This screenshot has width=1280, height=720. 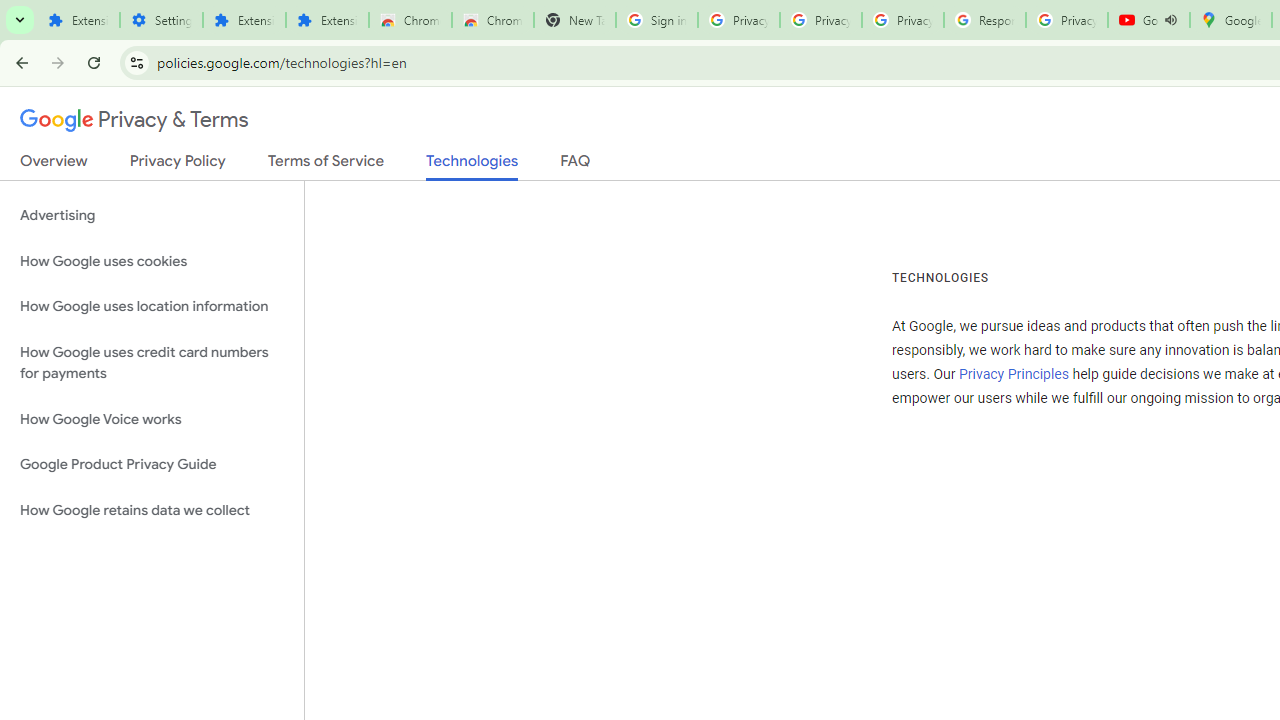 I want to click on 'Settings', so click(x=161, y=20).